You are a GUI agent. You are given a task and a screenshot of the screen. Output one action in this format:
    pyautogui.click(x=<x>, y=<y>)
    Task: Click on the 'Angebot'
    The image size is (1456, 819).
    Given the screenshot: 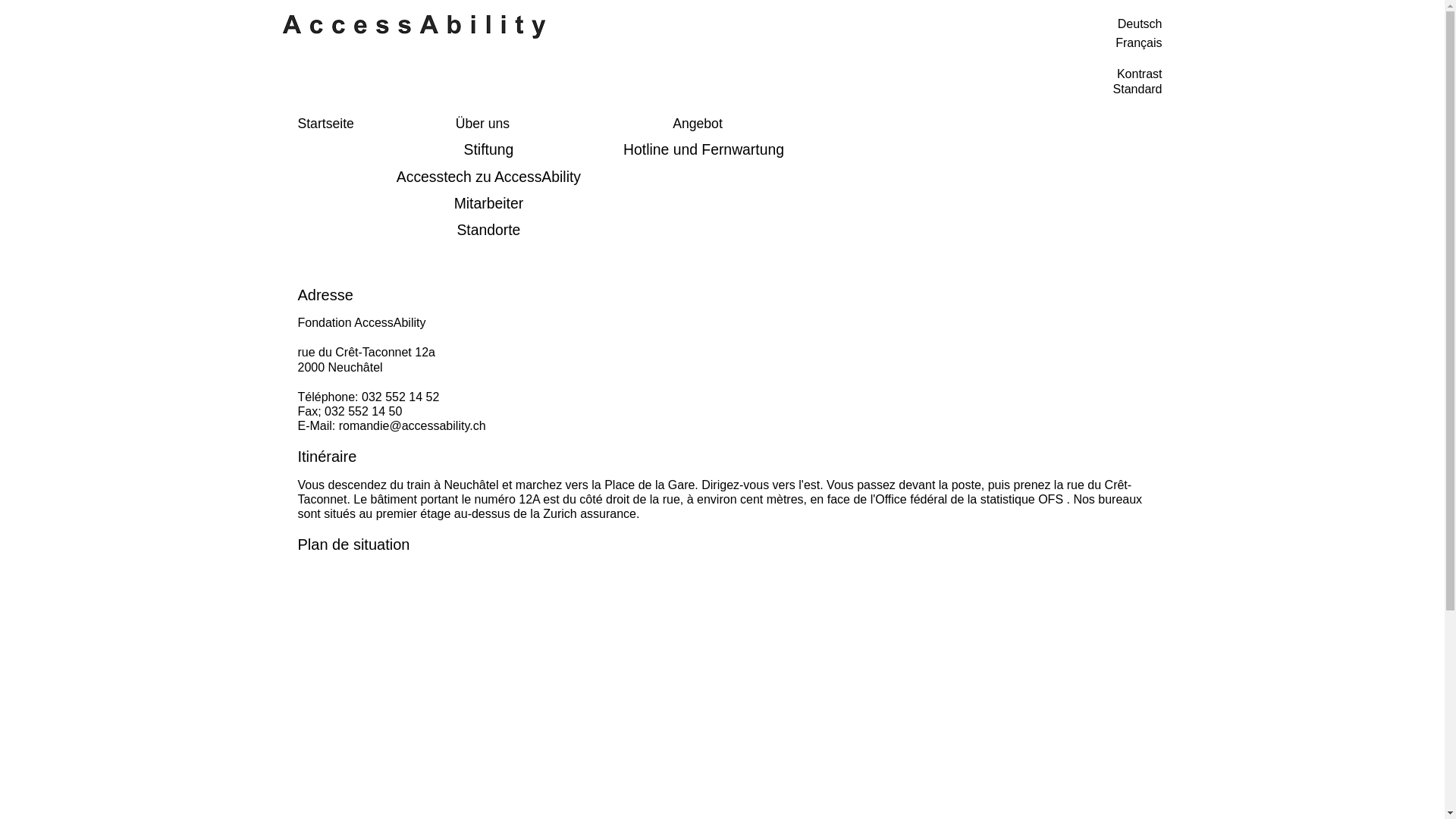 What is the action you would take?
    pyautogui.click(x=697, y=124)
    